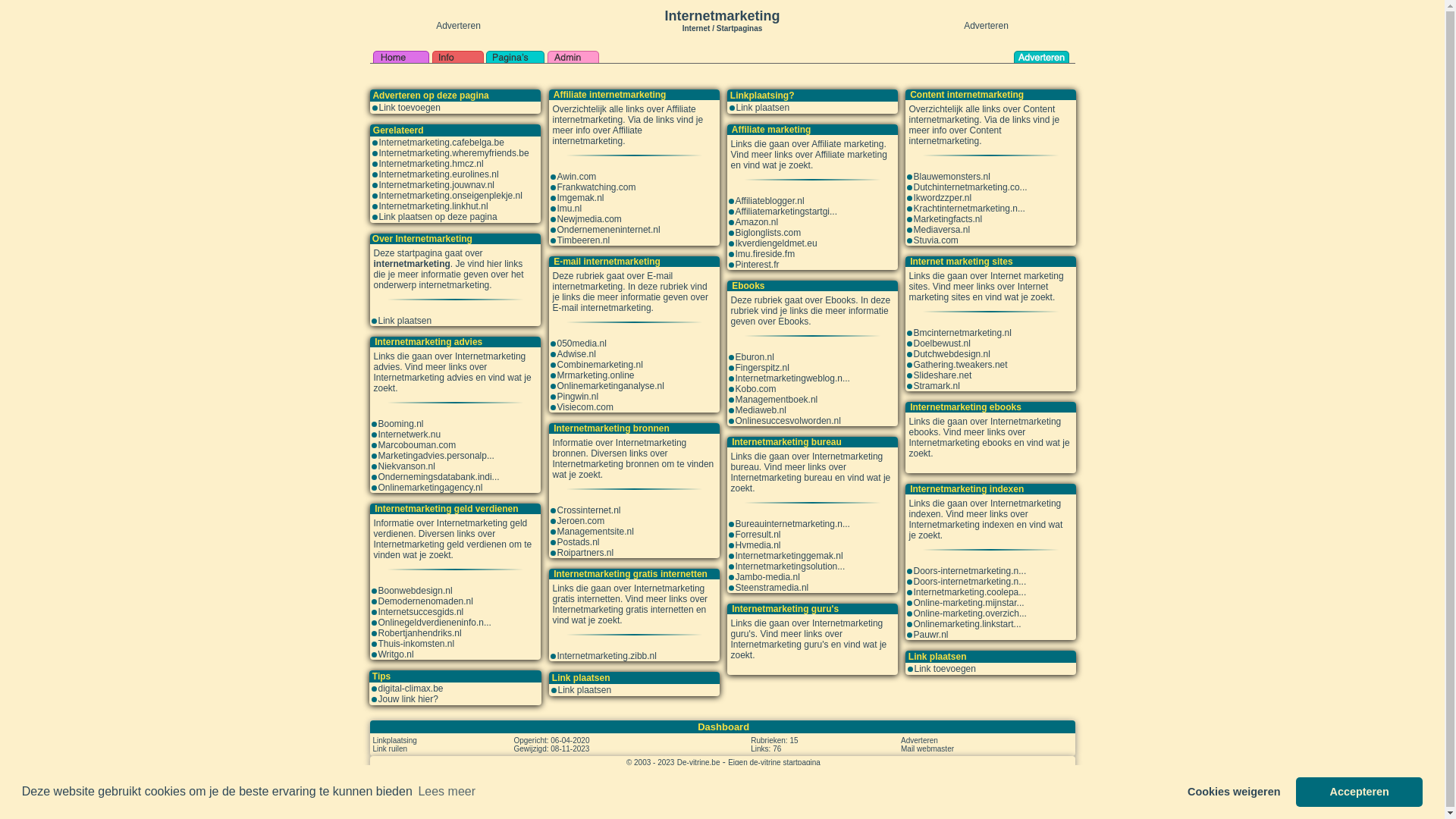 The image size is (1456, 819). What do you see at coordinates (940, 343) in the screenshot?
I see `'Doelbewust.nl'` at bounding box center [940, 343].